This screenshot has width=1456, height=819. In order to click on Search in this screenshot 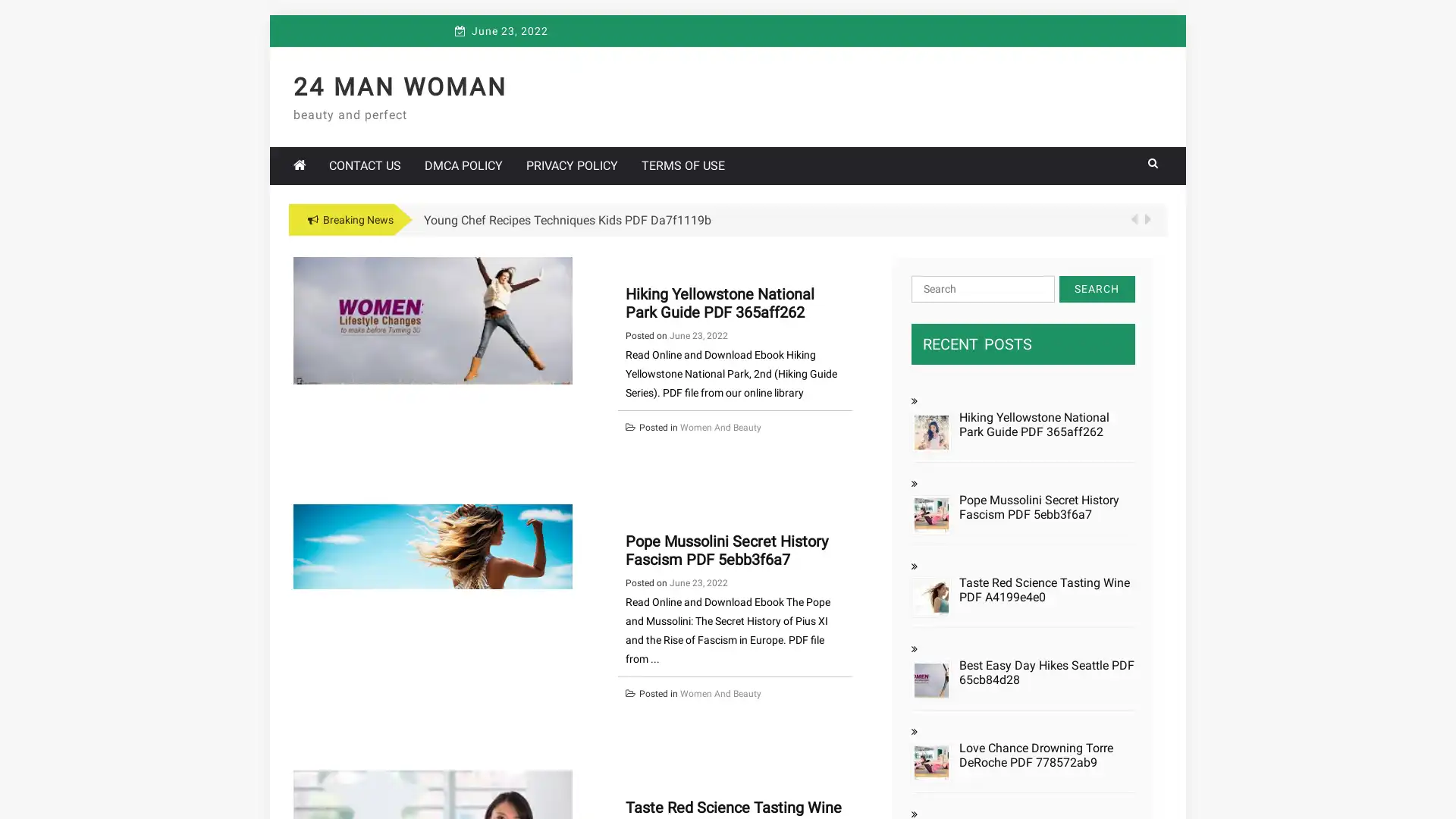, I will do `click(1096, 288)`.